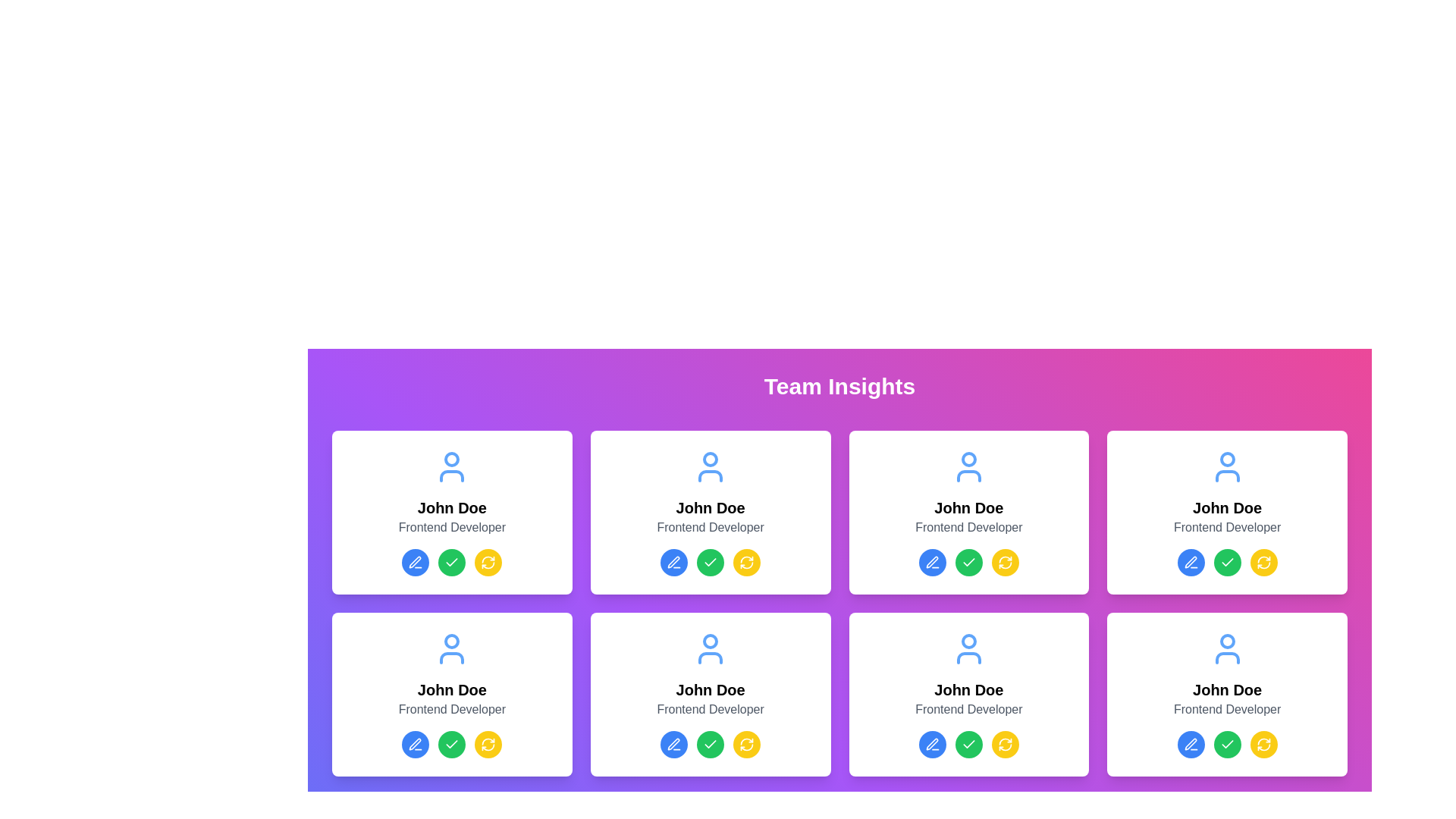  I want to click on the SVG Icon representing confirmation or approval action, located in the first row, second column of user profile cards, so click(710, 562).